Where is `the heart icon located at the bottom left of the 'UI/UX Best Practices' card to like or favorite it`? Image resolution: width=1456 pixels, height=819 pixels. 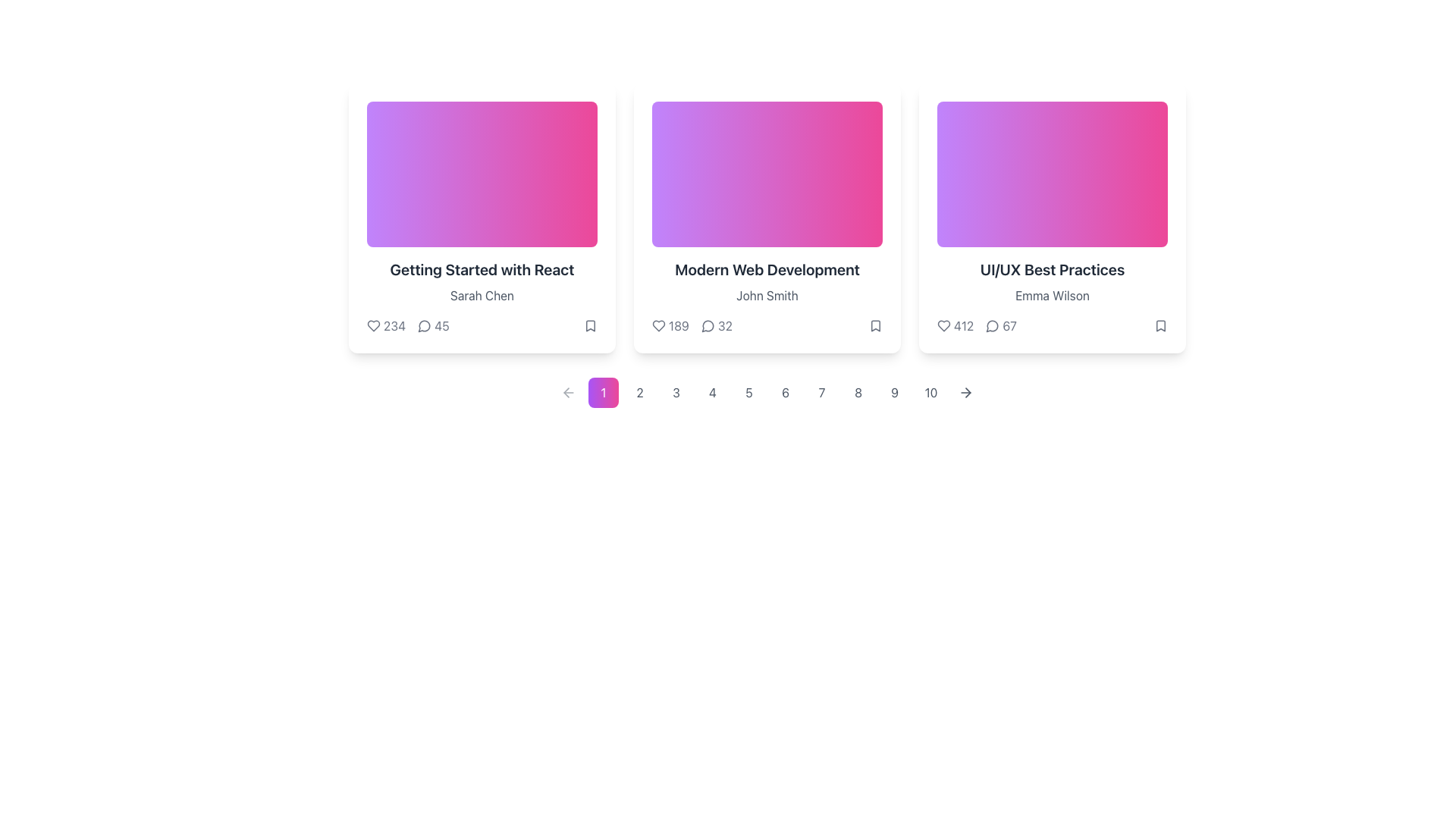 the heart icon located at the bottom left of the 'UI/UX Best Practices' card to like or favorite it is located at coordinates (943, 325).